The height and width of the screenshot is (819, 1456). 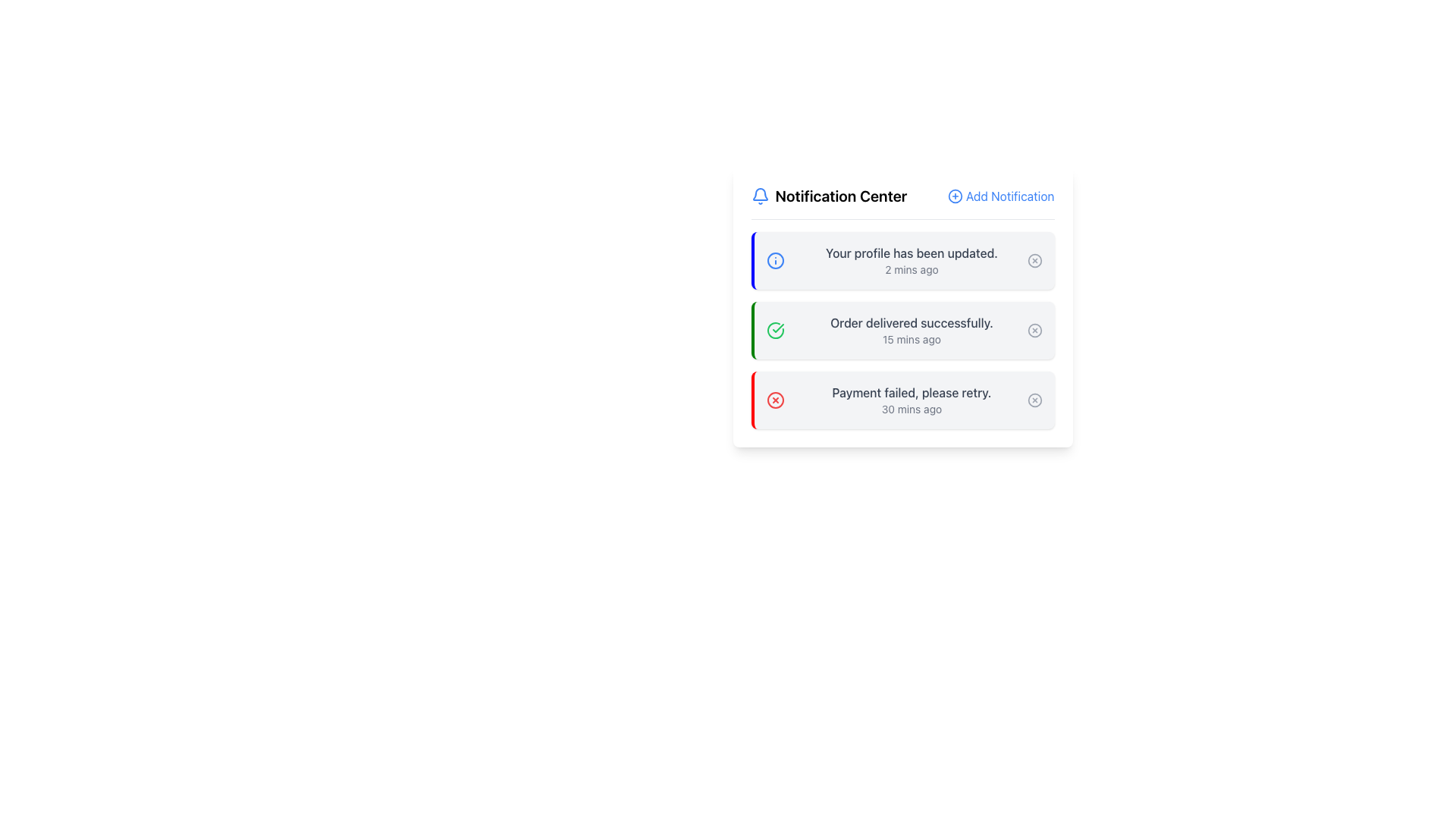 I want to click on the notification message indicating a recent profile update, which is the first item in the vertical list of notifications in the notification center panel, so click(x=911, y=259).